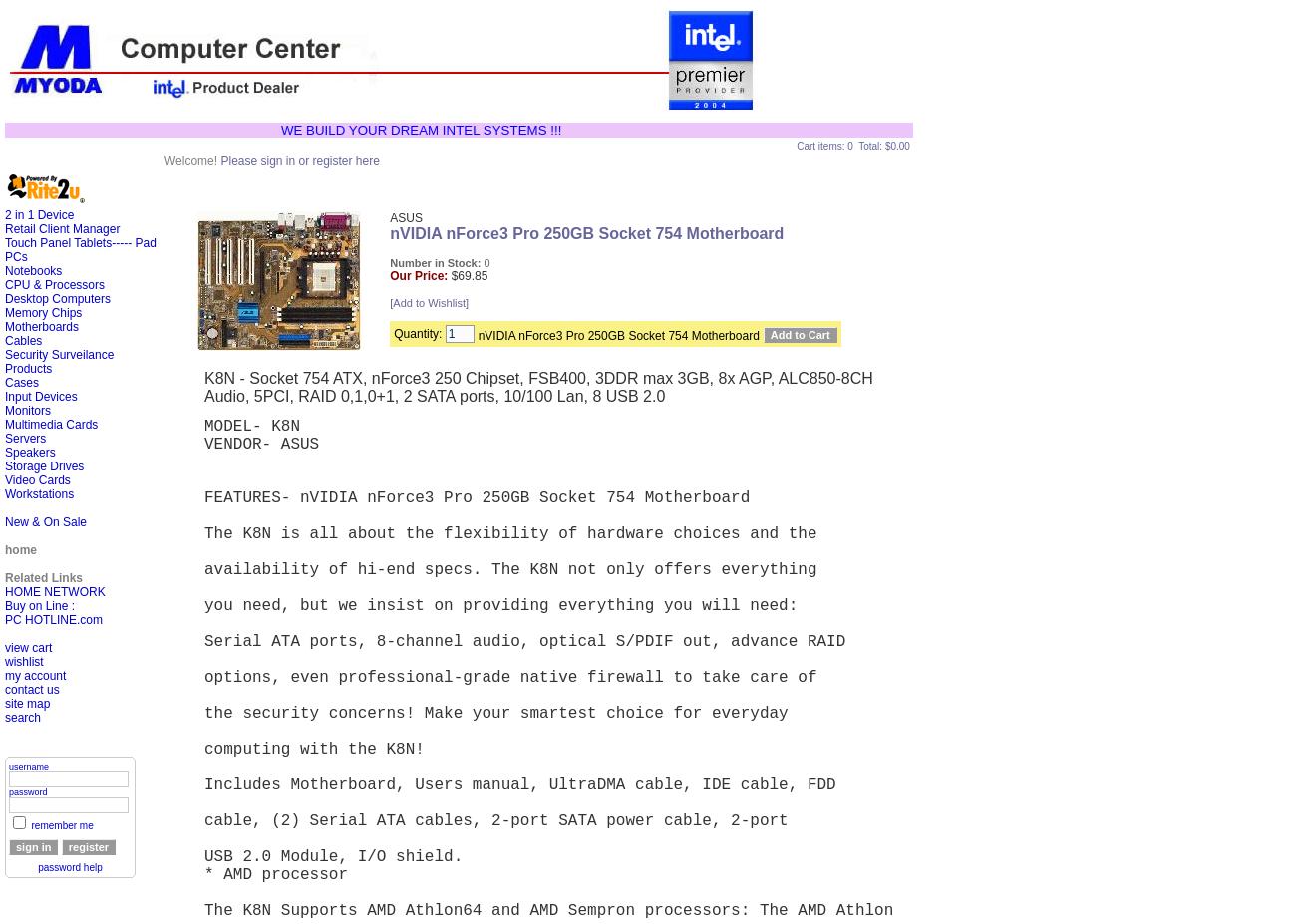 The height and width of the screenshot is (924, 1296). What do you see at coordinates (27, 766) in the screenshot?
I see `'username'` at bounding box center [27, 766].